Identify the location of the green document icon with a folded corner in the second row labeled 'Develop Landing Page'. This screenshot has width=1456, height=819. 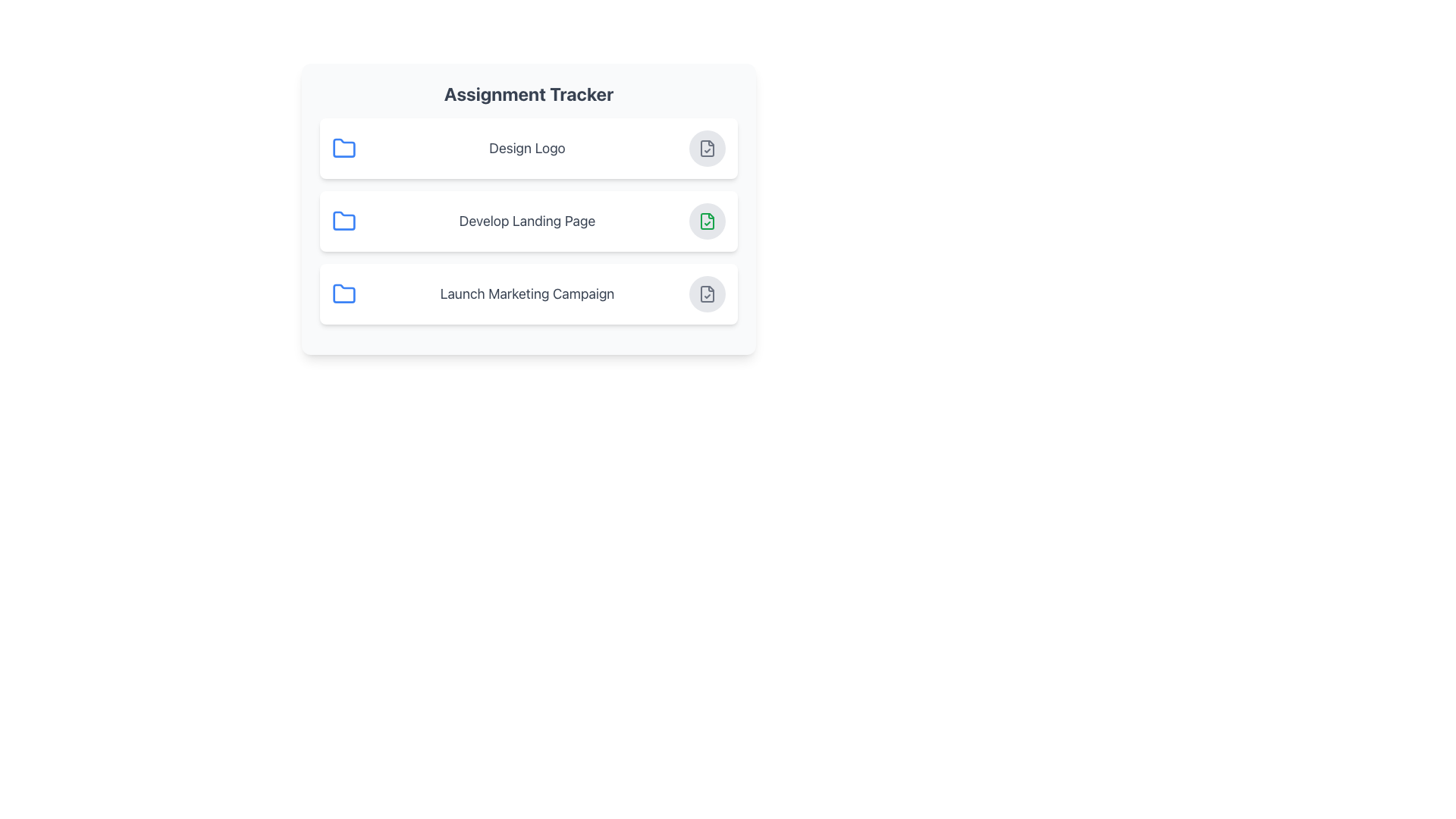
(706, 221).